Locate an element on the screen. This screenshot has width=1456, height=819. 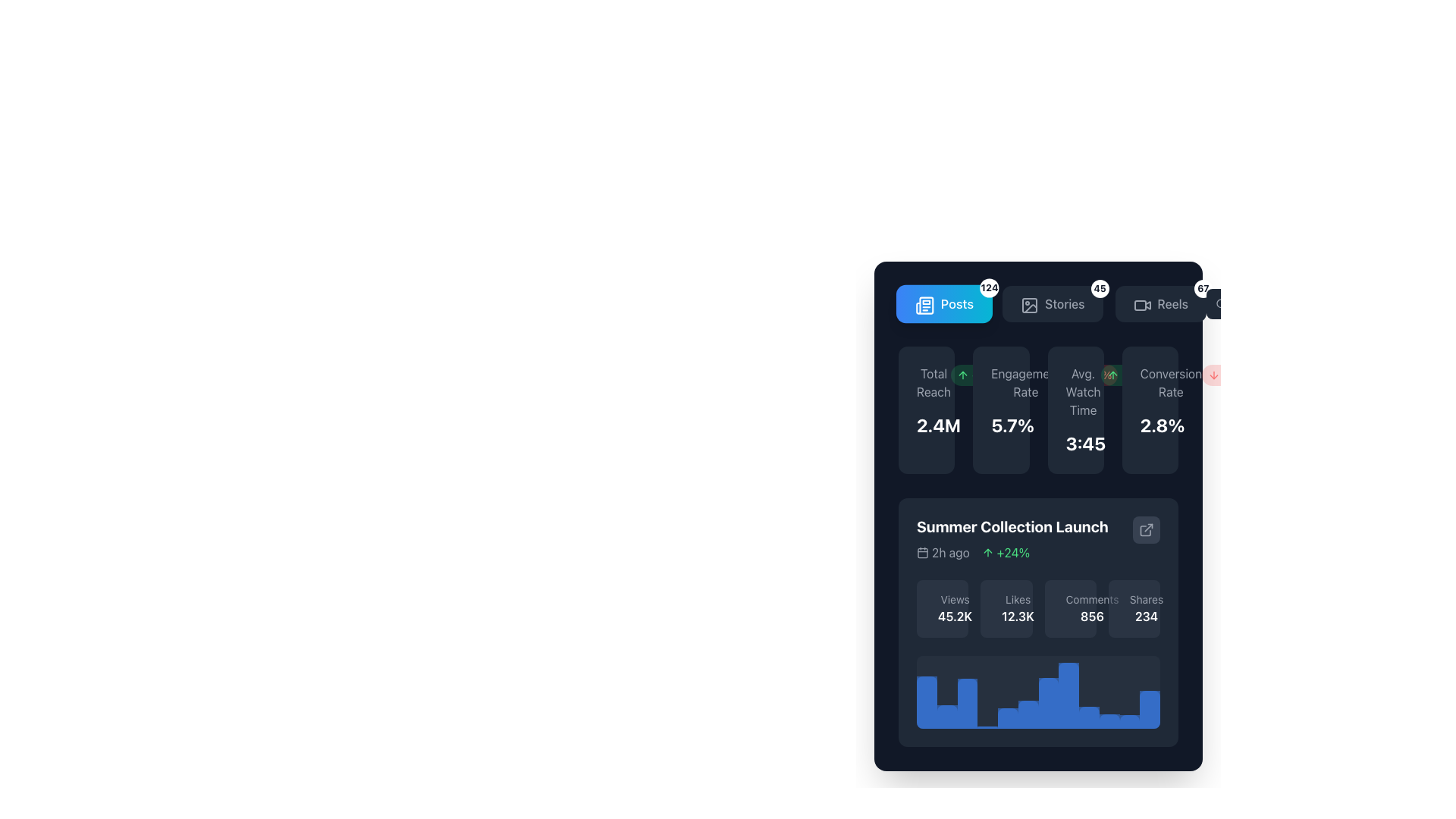
the 'Engagement Rate' label text displayed in light gray font against a dark background, located in the second column of a grid layout for displaying statistical information is located at coordinates (1026, 382).